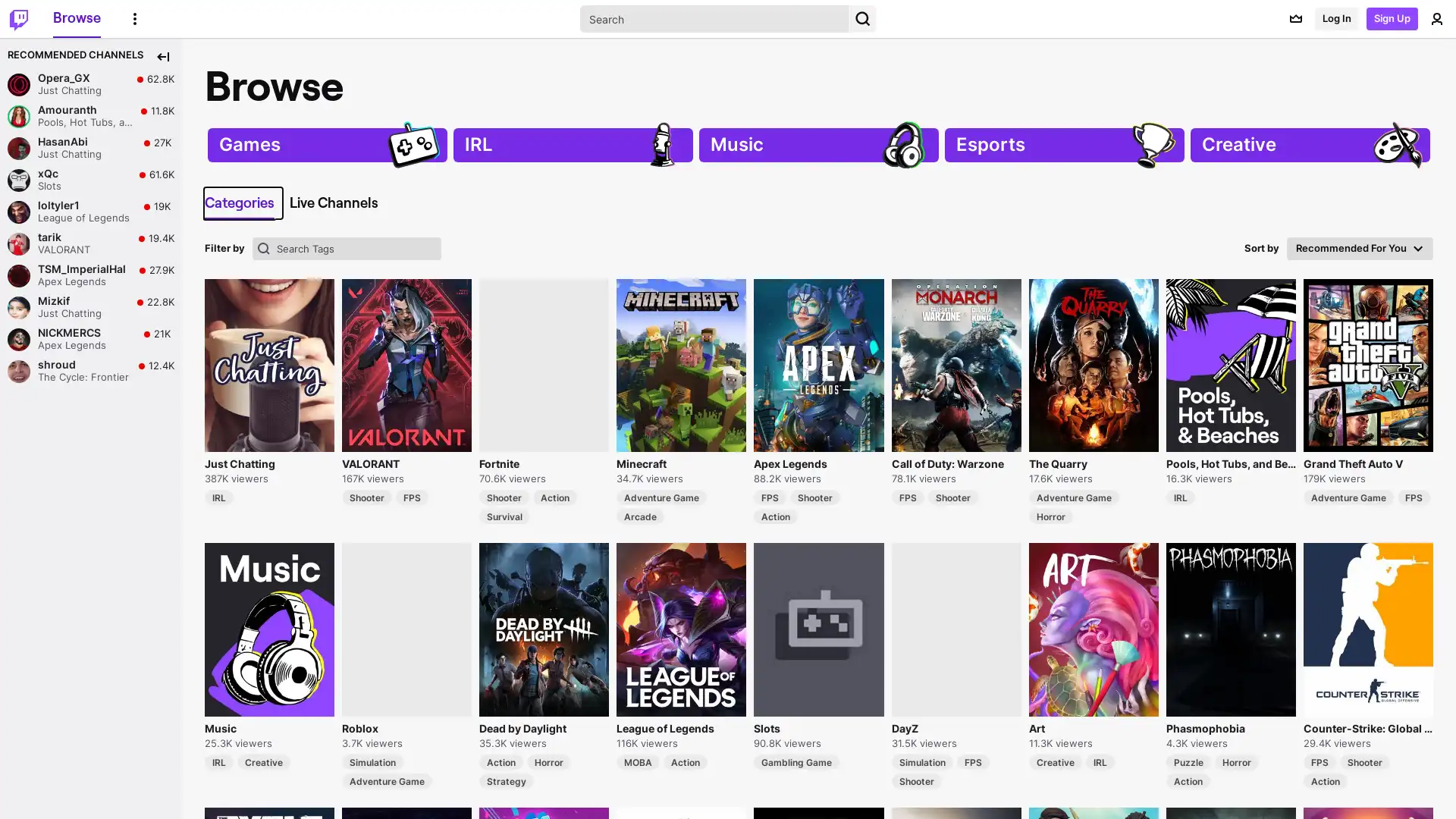 This screenshot has height=819, width=1456. I want to click on Action, so click(684, 762).